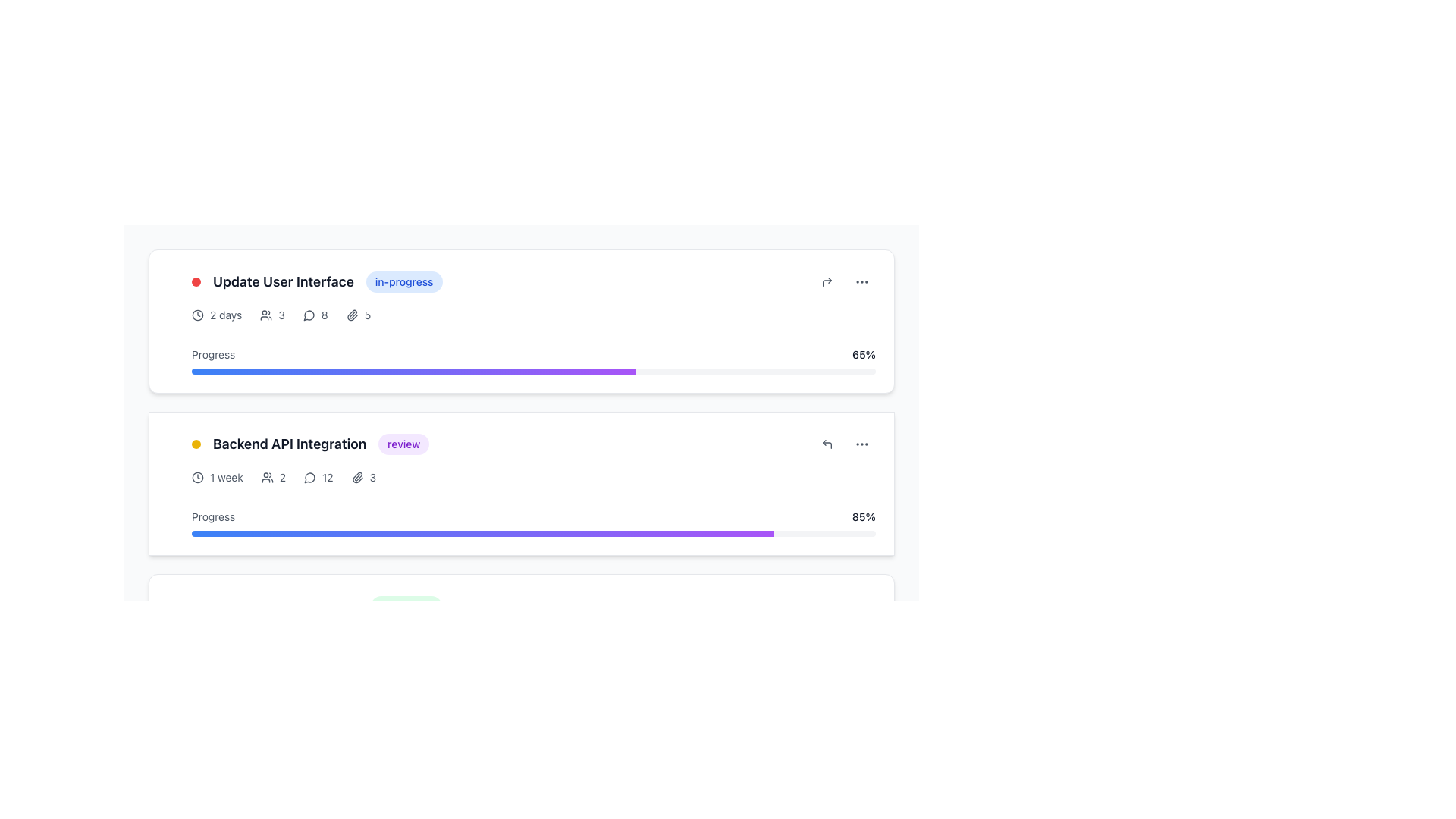  What do you see at coordinates (225, 476) in the screenshot?
I see `the text label that conveys the duration of the task, located in the lower task card next to the clock symbol under 'Backend API Integration'` at bounding box center [225, 476].